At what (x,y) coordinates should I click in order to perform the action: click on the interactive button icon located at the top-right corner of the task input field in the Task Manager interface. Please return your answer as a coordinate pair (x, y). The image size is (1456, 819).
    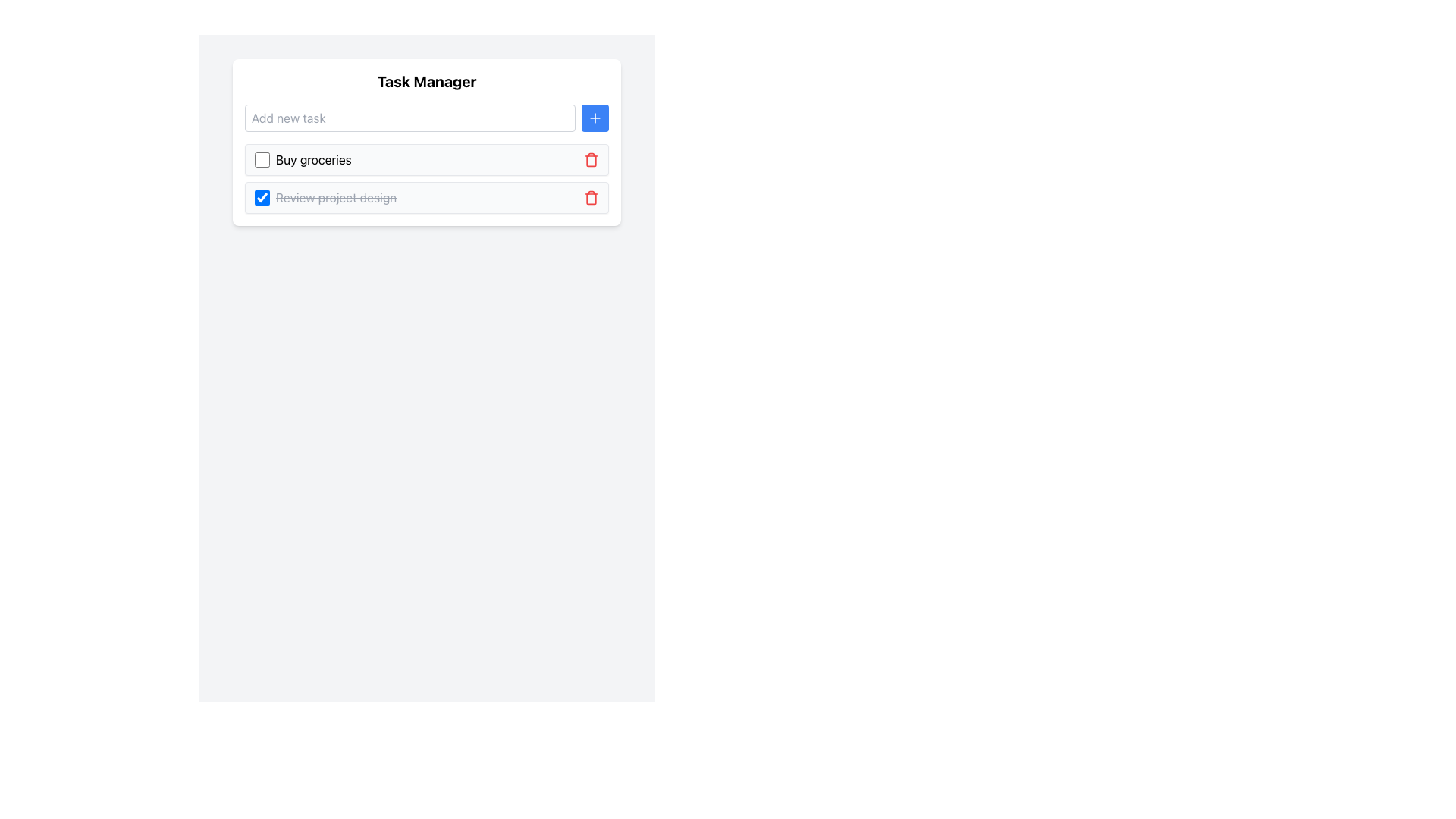
    Looking at the image, I should click on (595, 117).